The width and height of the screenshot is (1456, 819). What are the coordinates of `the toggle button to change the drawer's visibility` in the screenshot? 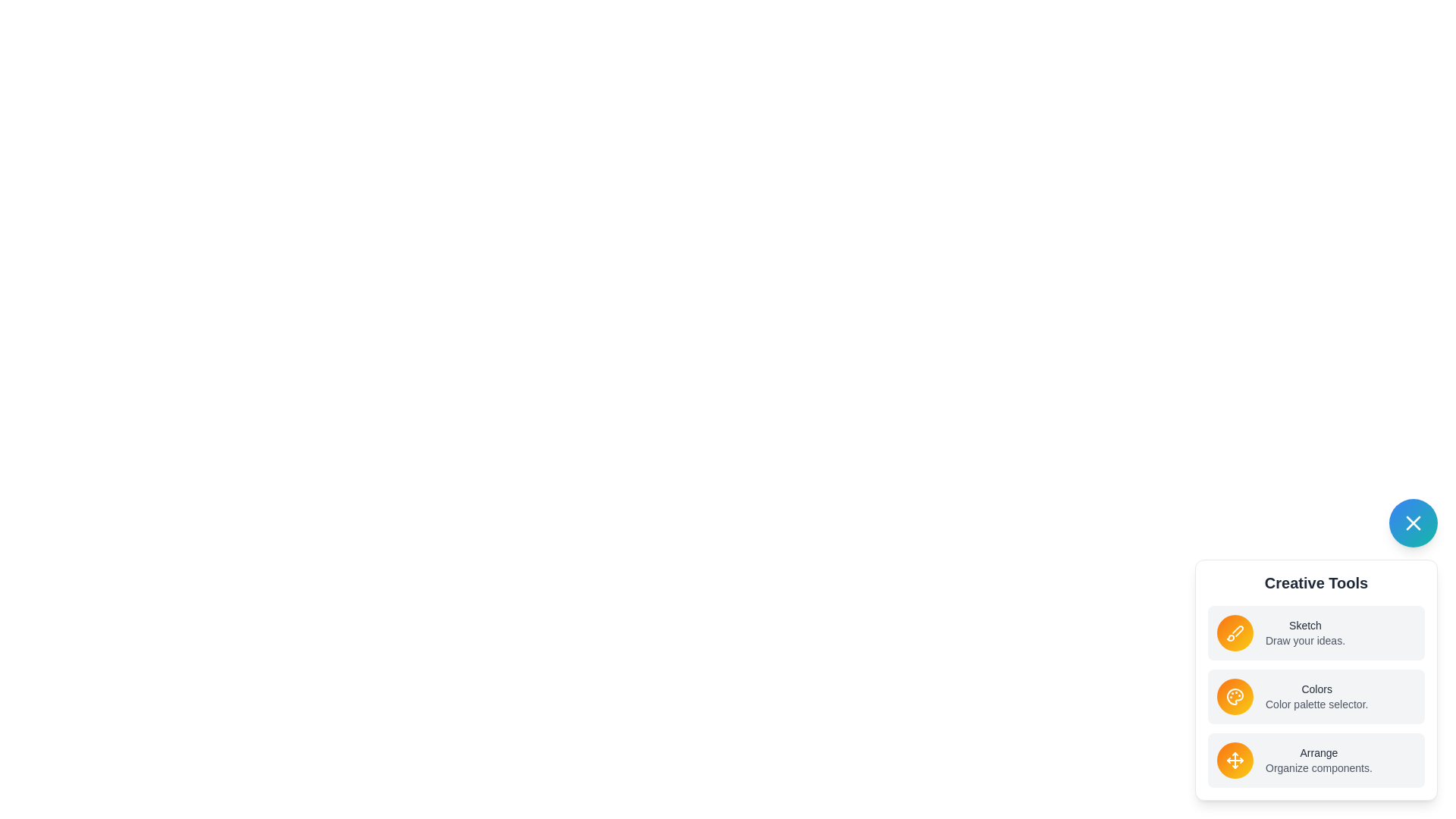 It's located at (1412, 522).